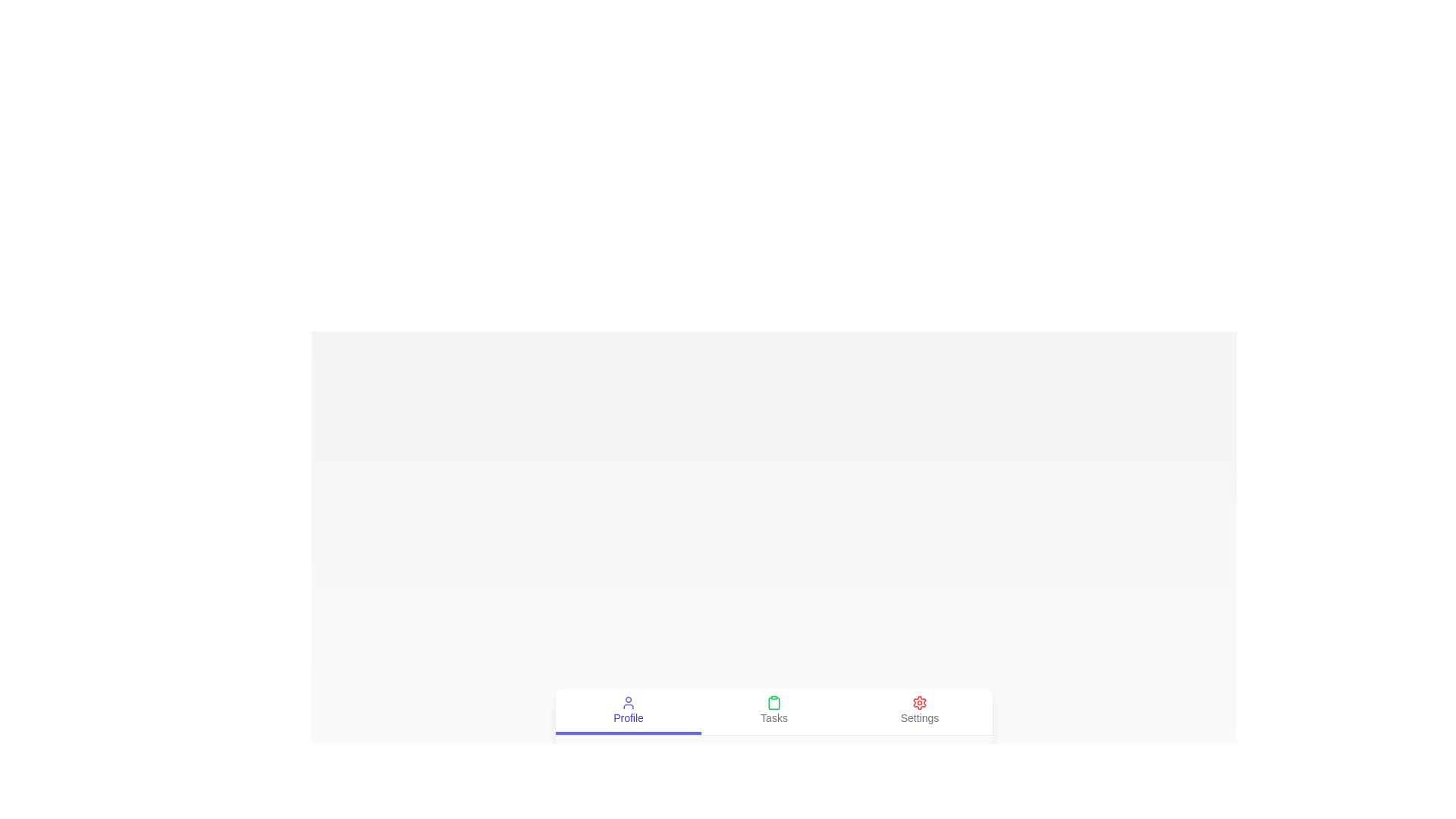 This screenshot has height=819, width=1456. Describe the element at coordinates (774, 711) in the screenshot. I see `the tab labeled Tasks by clicking on it` at that location.